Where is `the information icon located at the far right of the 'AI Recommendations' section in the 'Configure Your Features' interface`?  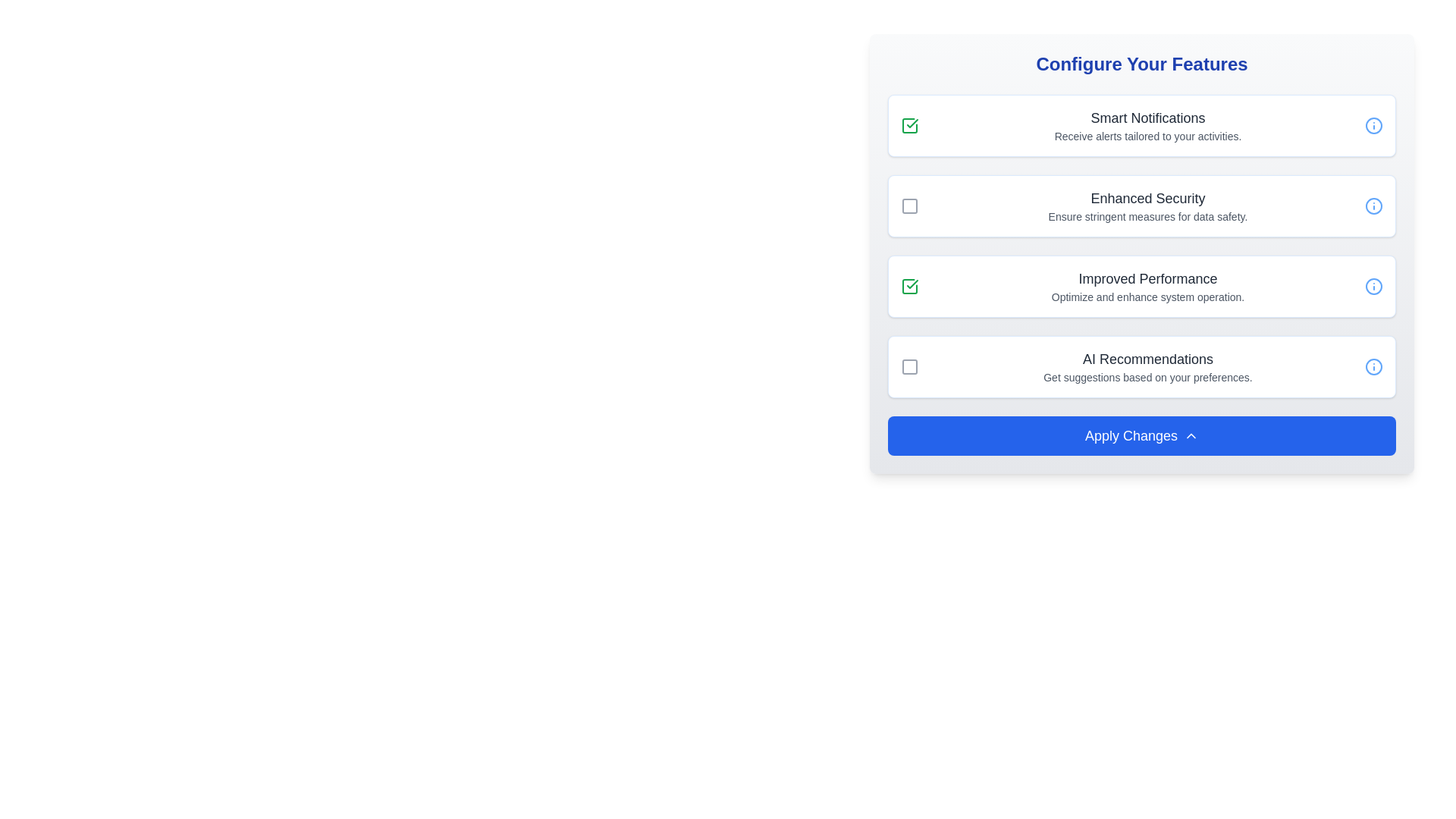
the information icon located at the far right of the 'AI Recommendations' section in the 'Configure Your Features' interface is located at coordinates (1373, 366).